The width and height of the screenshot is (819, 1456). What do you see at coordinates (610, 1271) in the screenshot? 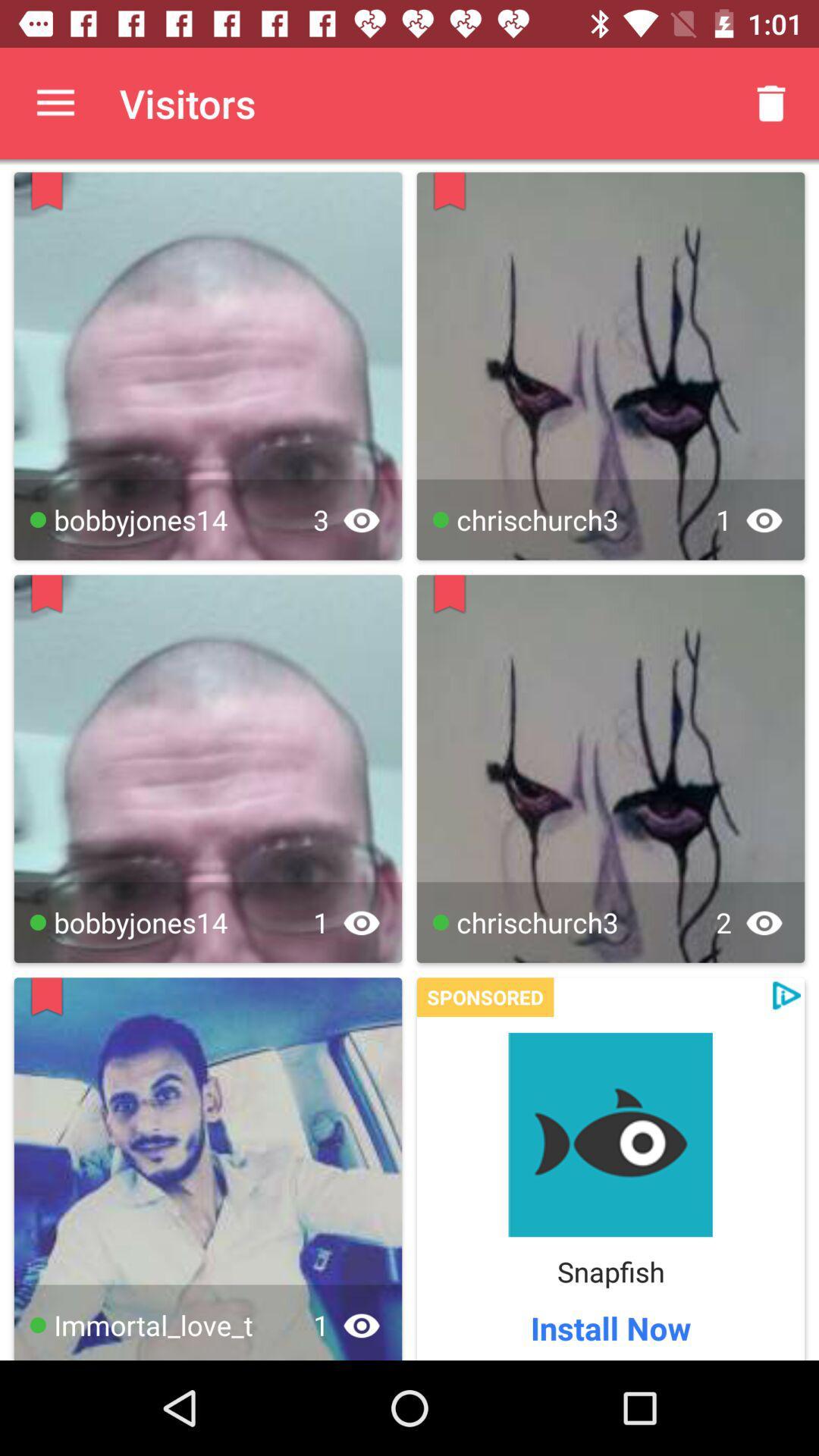
I see `the item above install now` at bounding box center [610, 1271].